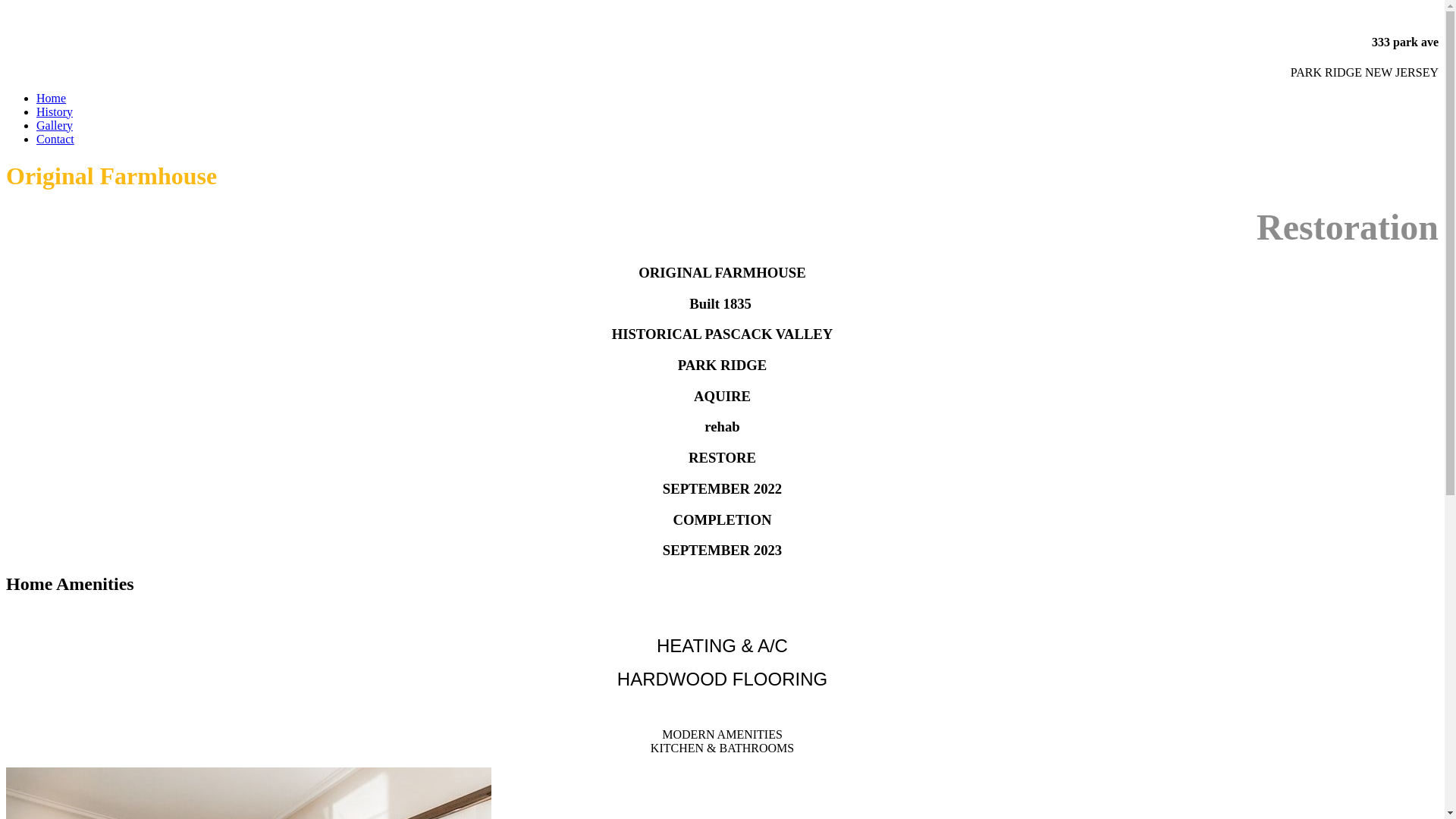 Image resolution: width=1456 pixels, height=819 pixels. I want to click on 'Home', so click(51, 98).